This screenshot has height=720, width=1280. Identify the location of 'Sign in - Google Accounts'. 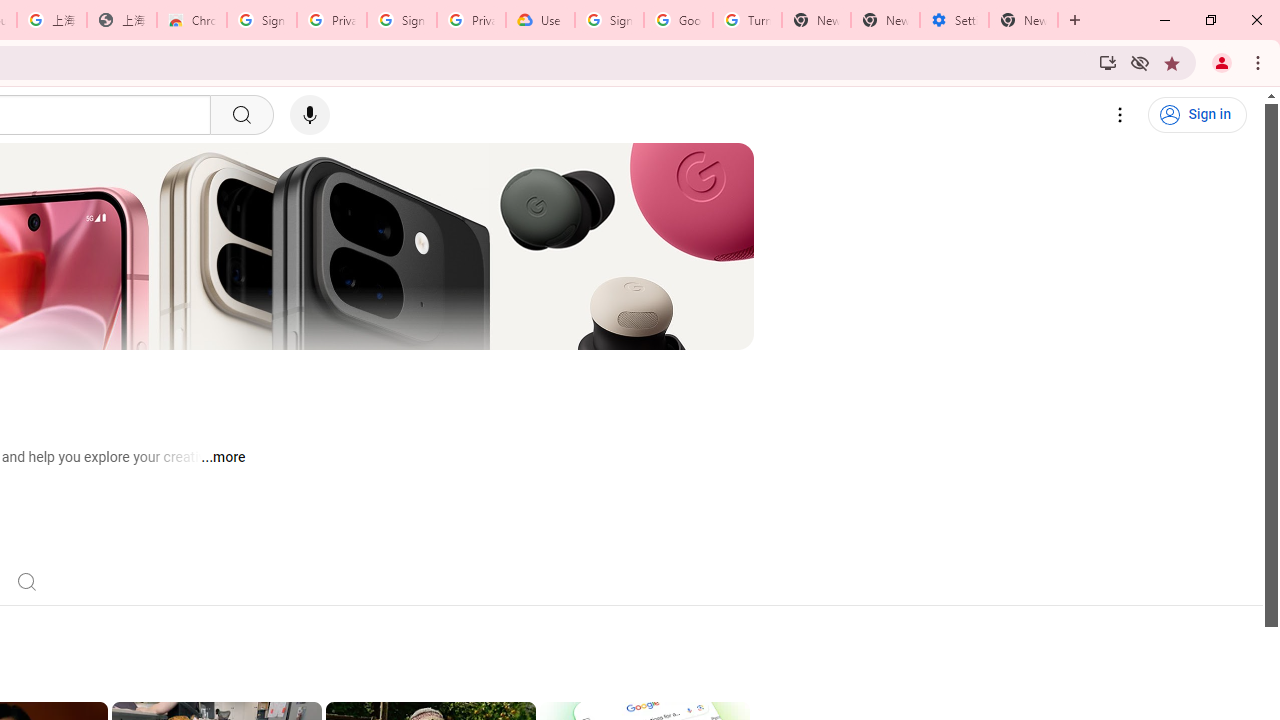
(400, 20).